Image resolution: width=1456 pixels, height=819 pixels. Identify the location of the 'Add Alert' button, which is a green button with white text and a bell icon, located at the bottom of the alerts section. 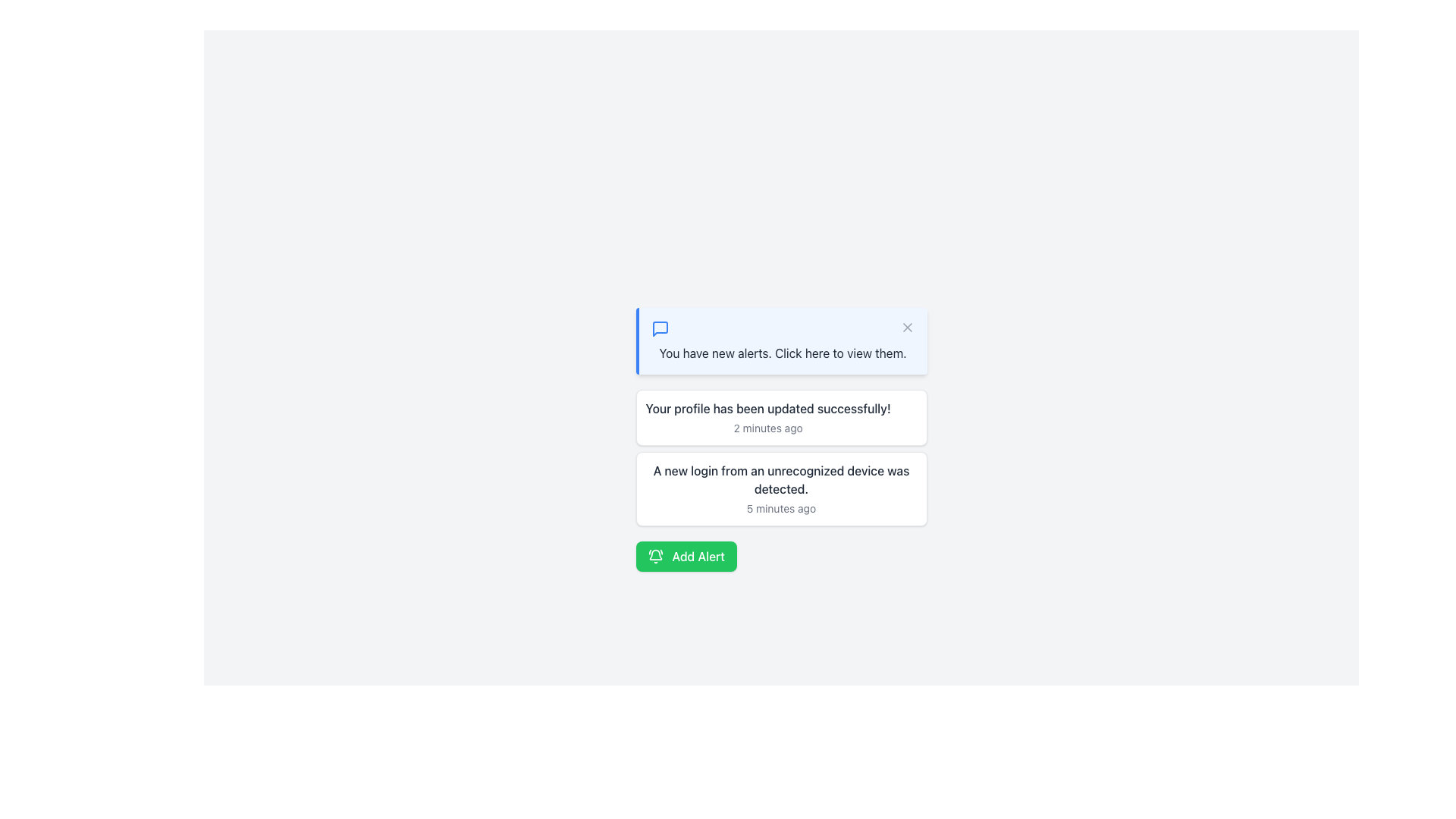
(686, 556).